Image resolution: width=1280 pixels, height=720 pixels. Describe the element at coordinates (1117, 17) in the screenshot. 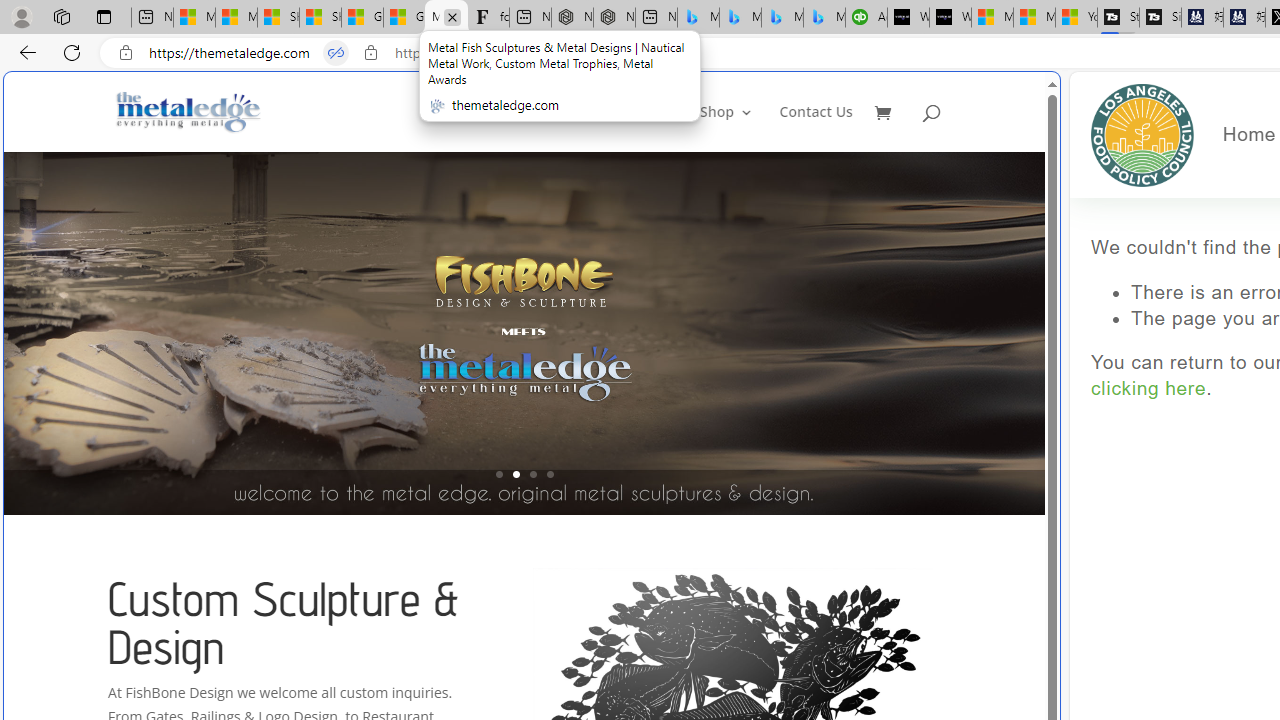

I see `'Streaming Coverage | T3'` at that location.